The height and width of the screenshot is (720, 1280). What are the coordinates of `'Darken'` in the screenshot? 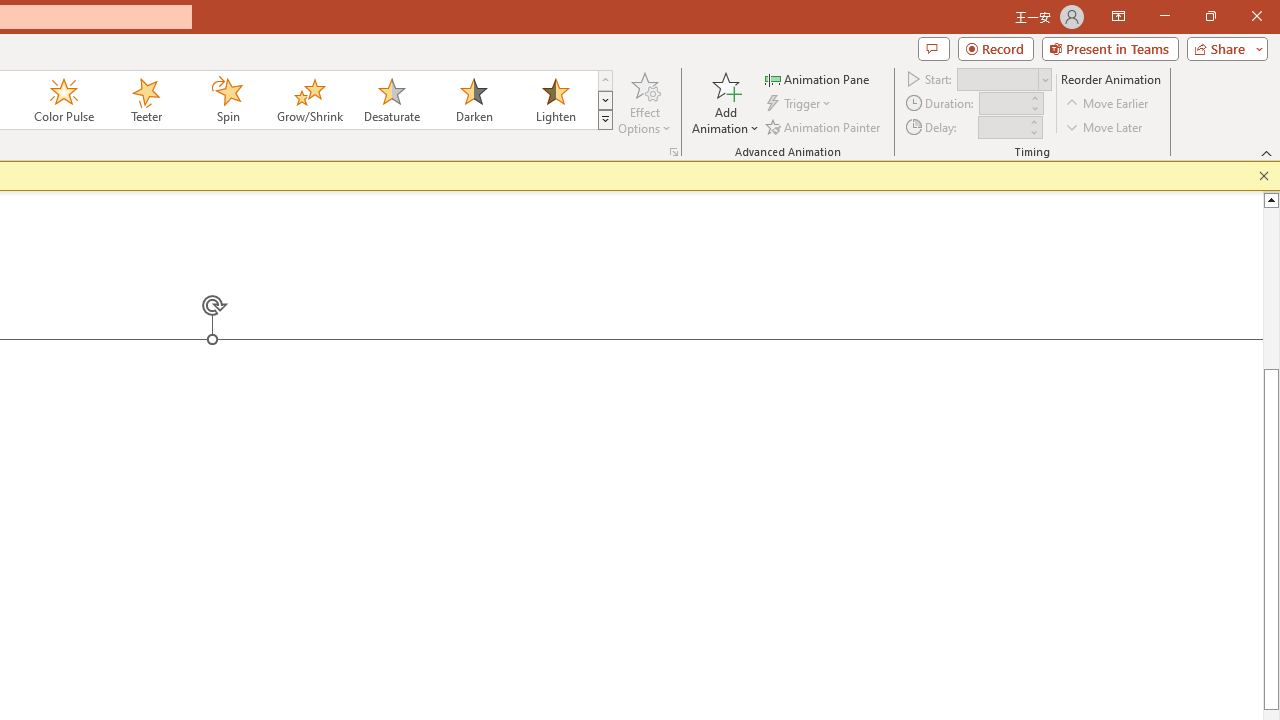 It's located at (472, 100).